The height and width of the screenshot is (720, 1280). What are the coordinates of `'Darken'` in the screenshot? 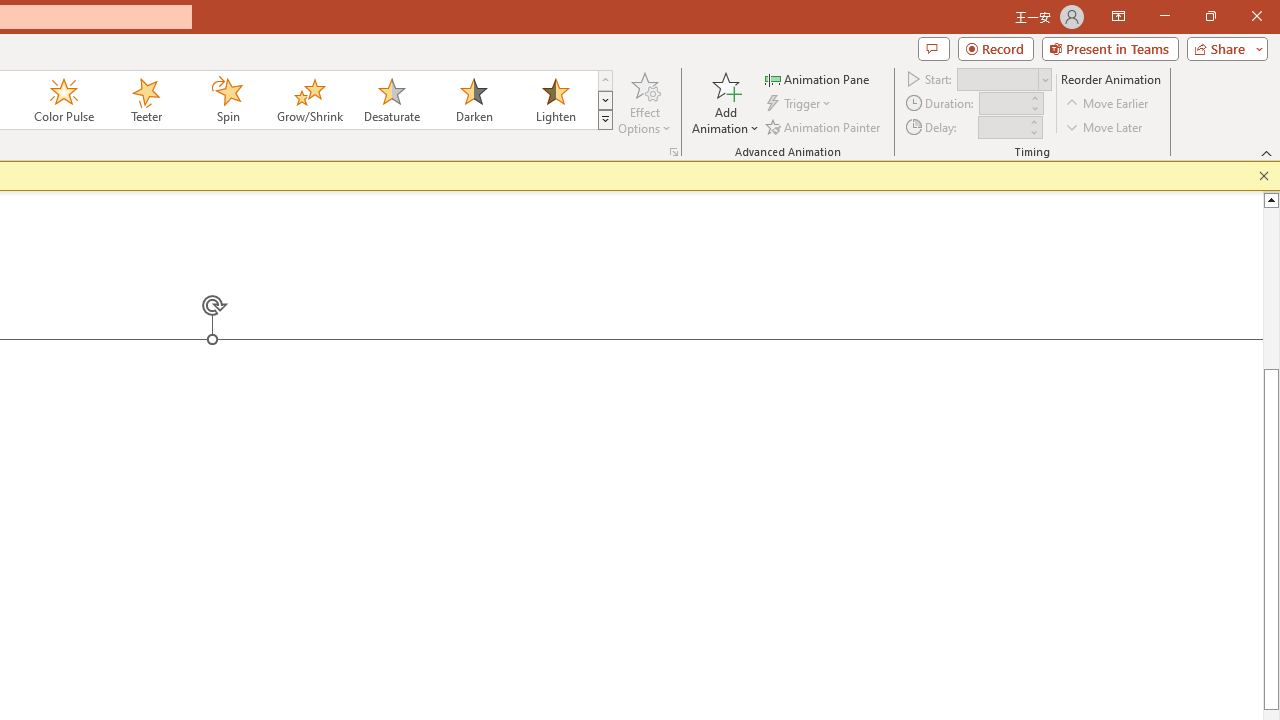 It's located at (472, 100).